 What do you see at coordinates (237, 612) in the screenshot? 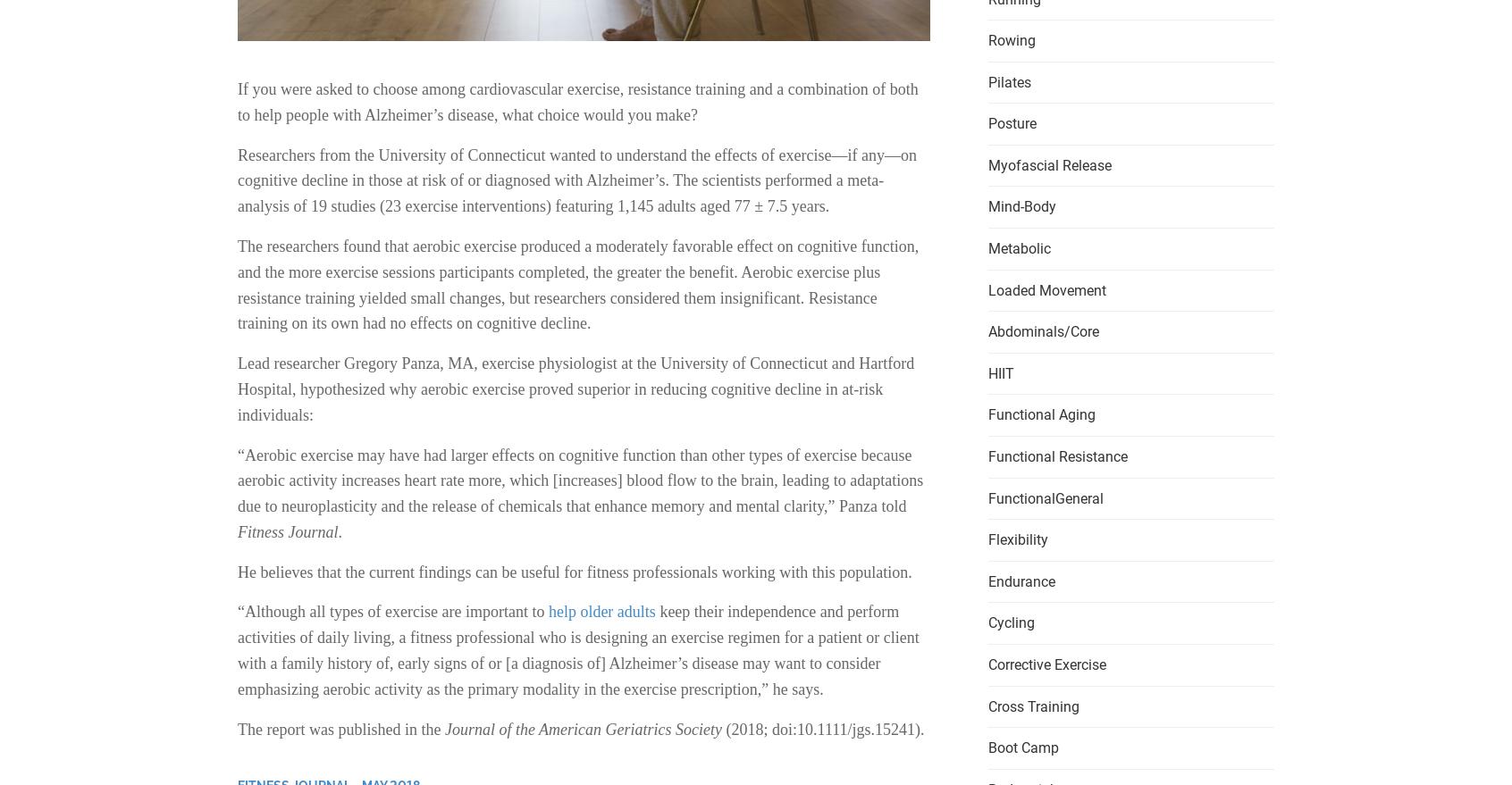
I see `'“Although all types of exercise are important to'` at bounding box center [237, 612].